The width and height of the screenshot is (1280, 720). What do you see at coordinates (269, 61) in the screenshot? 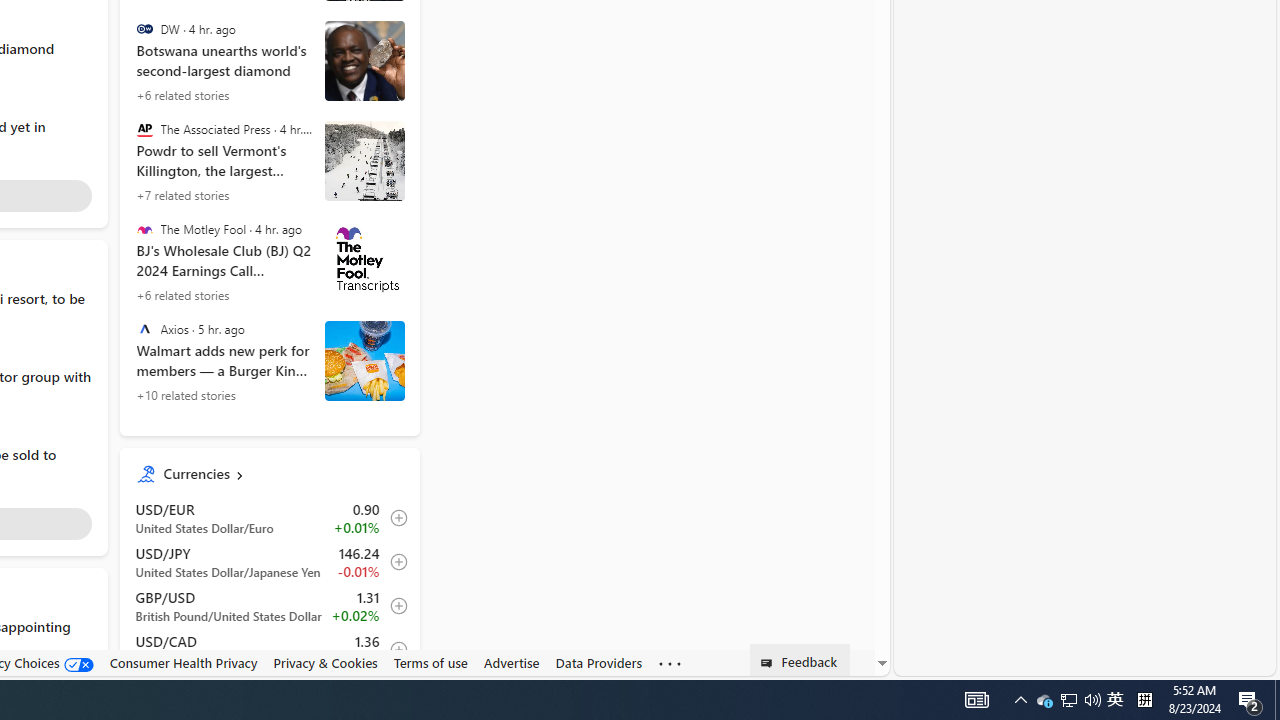
I see `'Botswana unearths world'` at bounding box center [269, 61].